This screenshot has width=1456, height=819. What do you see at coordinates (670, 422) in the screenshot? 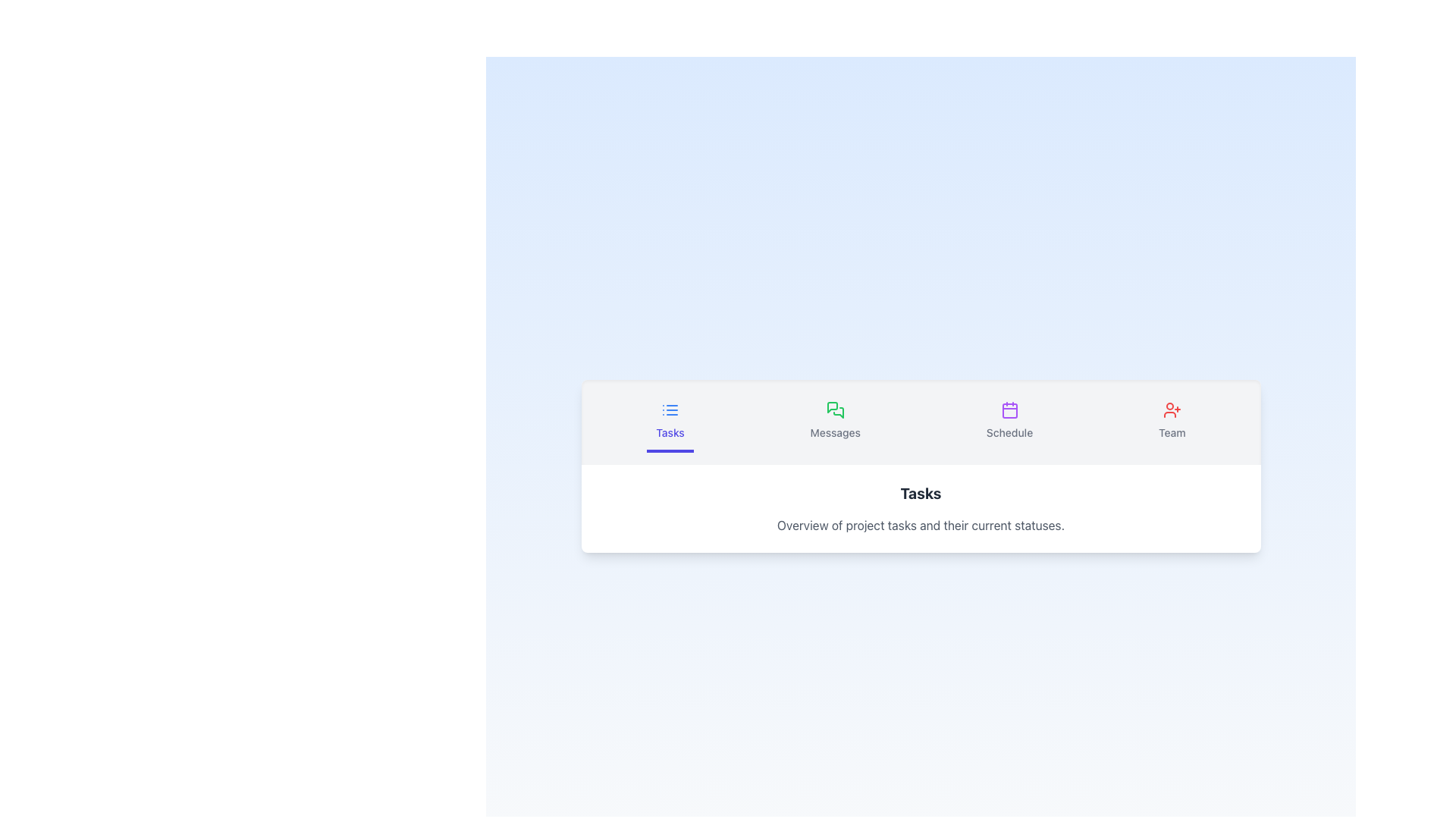
I see `the blue list icon button labeled 'Tasks' in the top center navigation bar` at bounding box center [670, 422].